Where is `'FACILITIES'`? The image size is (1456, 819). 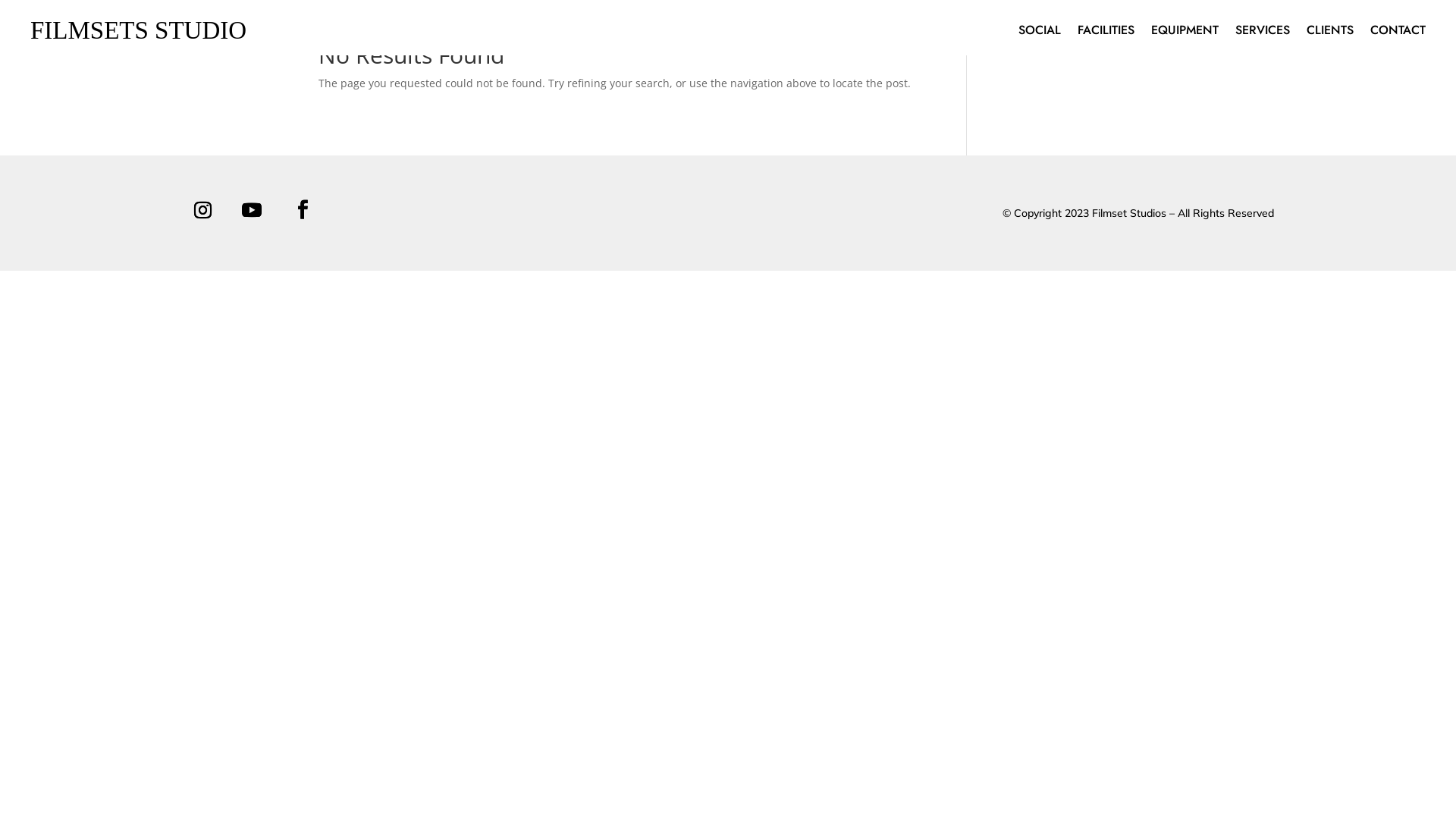
'FACILITIES' is located at coordinates (1076, 33).